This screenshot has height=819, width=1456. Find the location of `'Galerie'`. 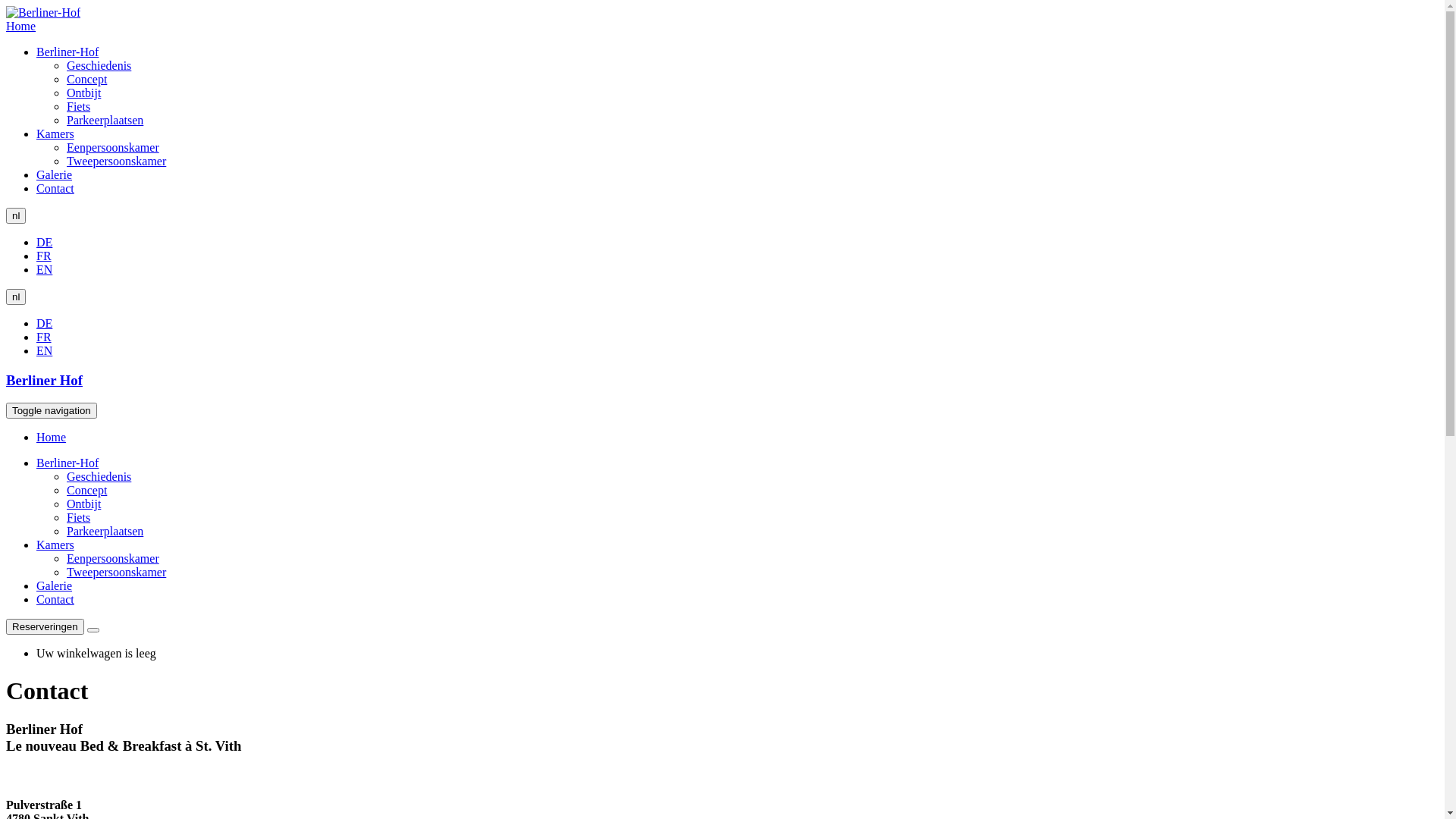

'Galerie' is located at coordinates (54, 174).